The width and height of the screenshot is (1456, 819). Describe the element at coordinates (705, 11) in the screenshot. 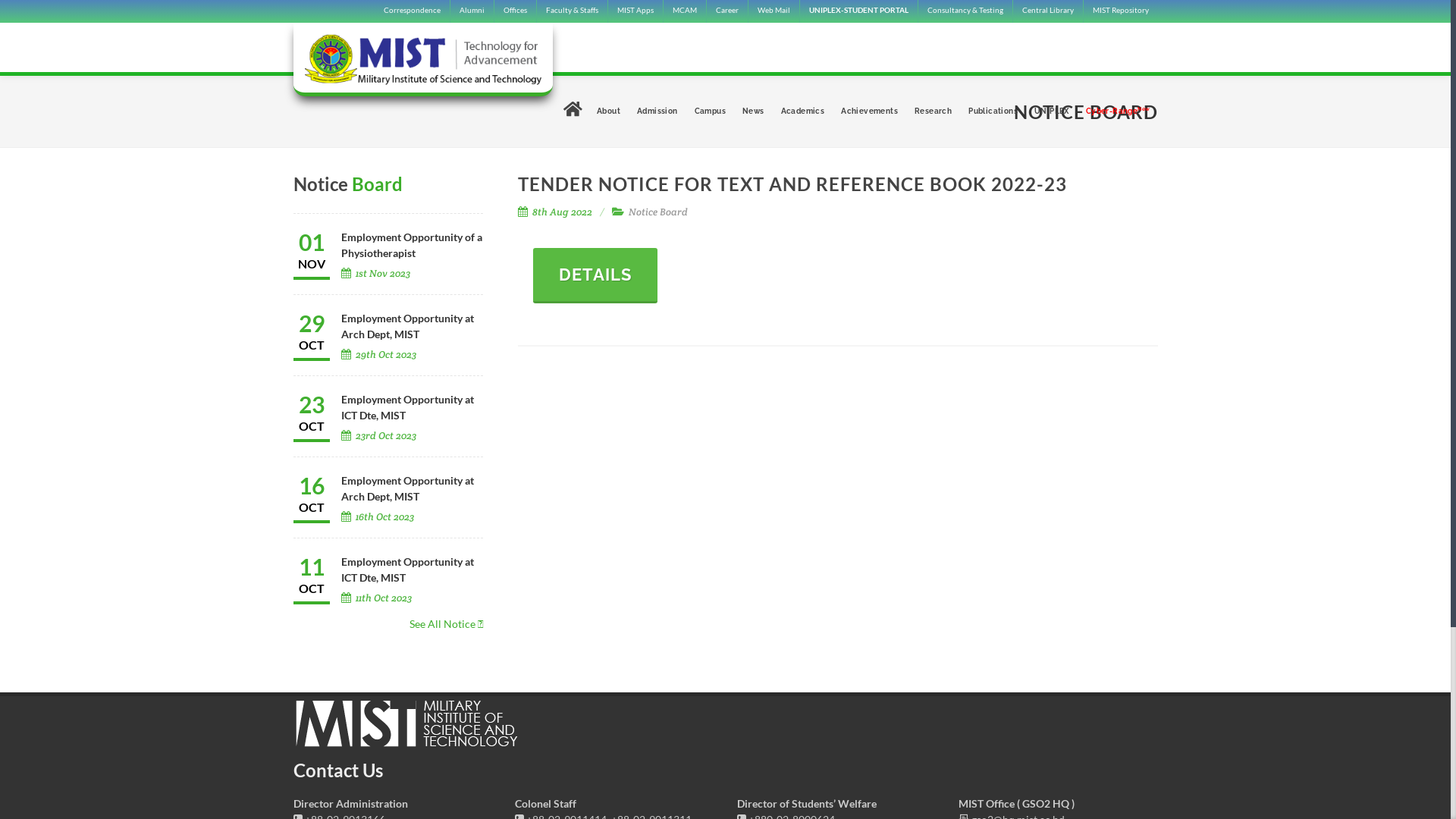

I see `'Career'` at that location.